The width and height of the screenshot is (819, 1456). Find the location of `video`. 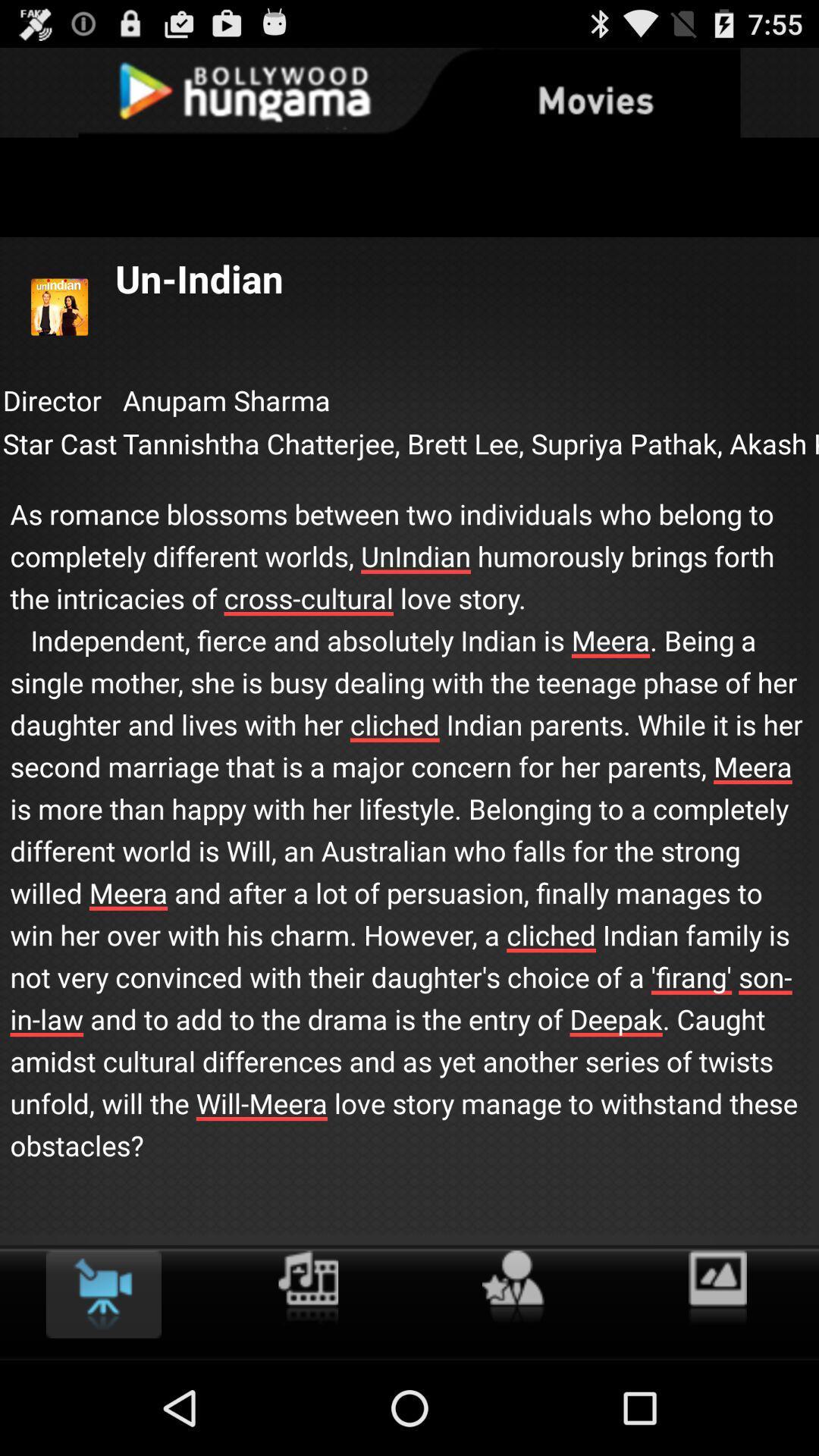

video is located at coordinates (102, 1294).